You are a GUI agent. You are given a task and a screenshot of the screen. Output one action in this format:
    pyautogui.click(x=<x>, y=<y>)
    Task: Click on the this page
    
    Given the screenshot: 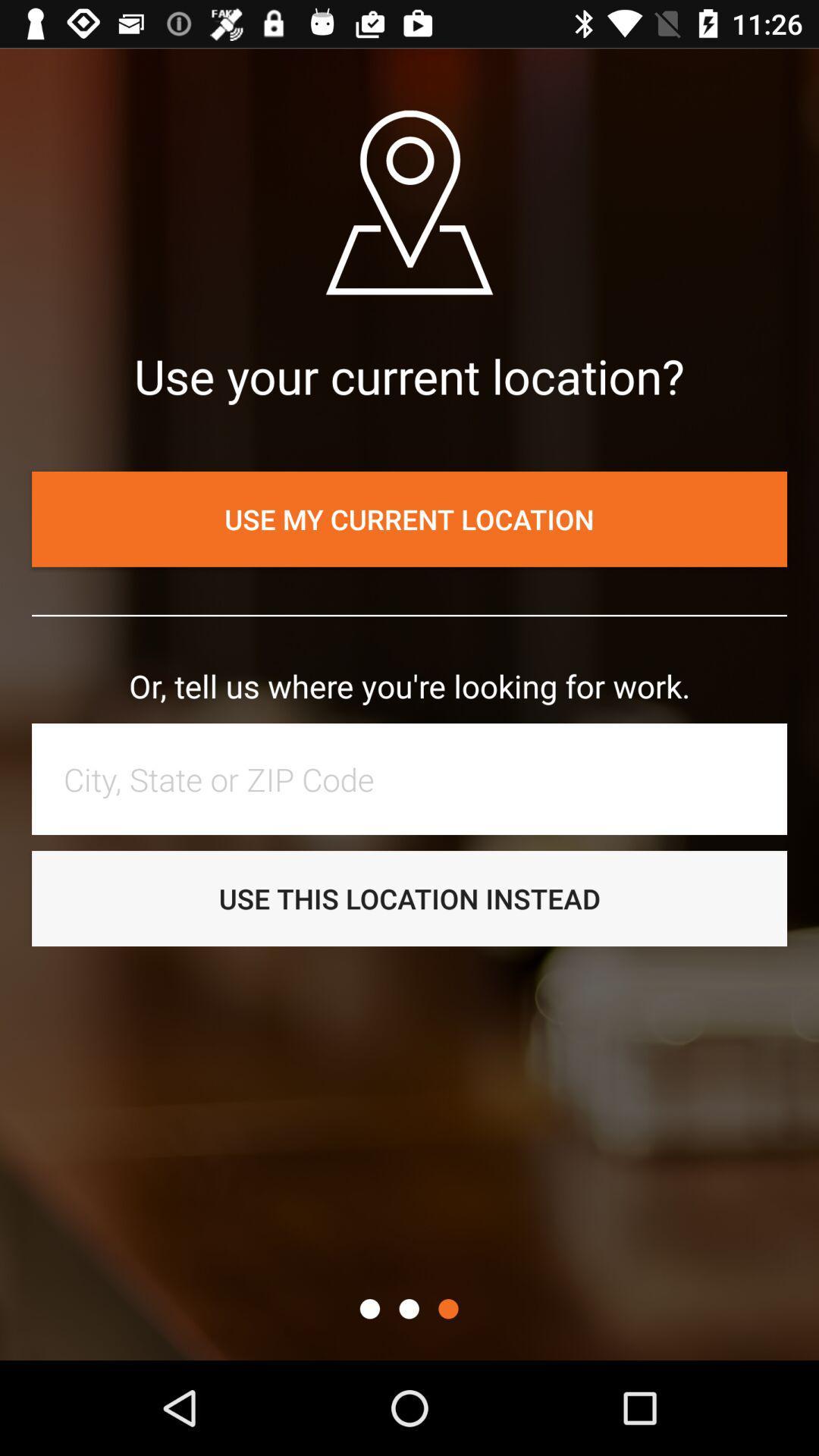 What is the action you would take?
    pyautogui.click(x=369, y=1308)
    